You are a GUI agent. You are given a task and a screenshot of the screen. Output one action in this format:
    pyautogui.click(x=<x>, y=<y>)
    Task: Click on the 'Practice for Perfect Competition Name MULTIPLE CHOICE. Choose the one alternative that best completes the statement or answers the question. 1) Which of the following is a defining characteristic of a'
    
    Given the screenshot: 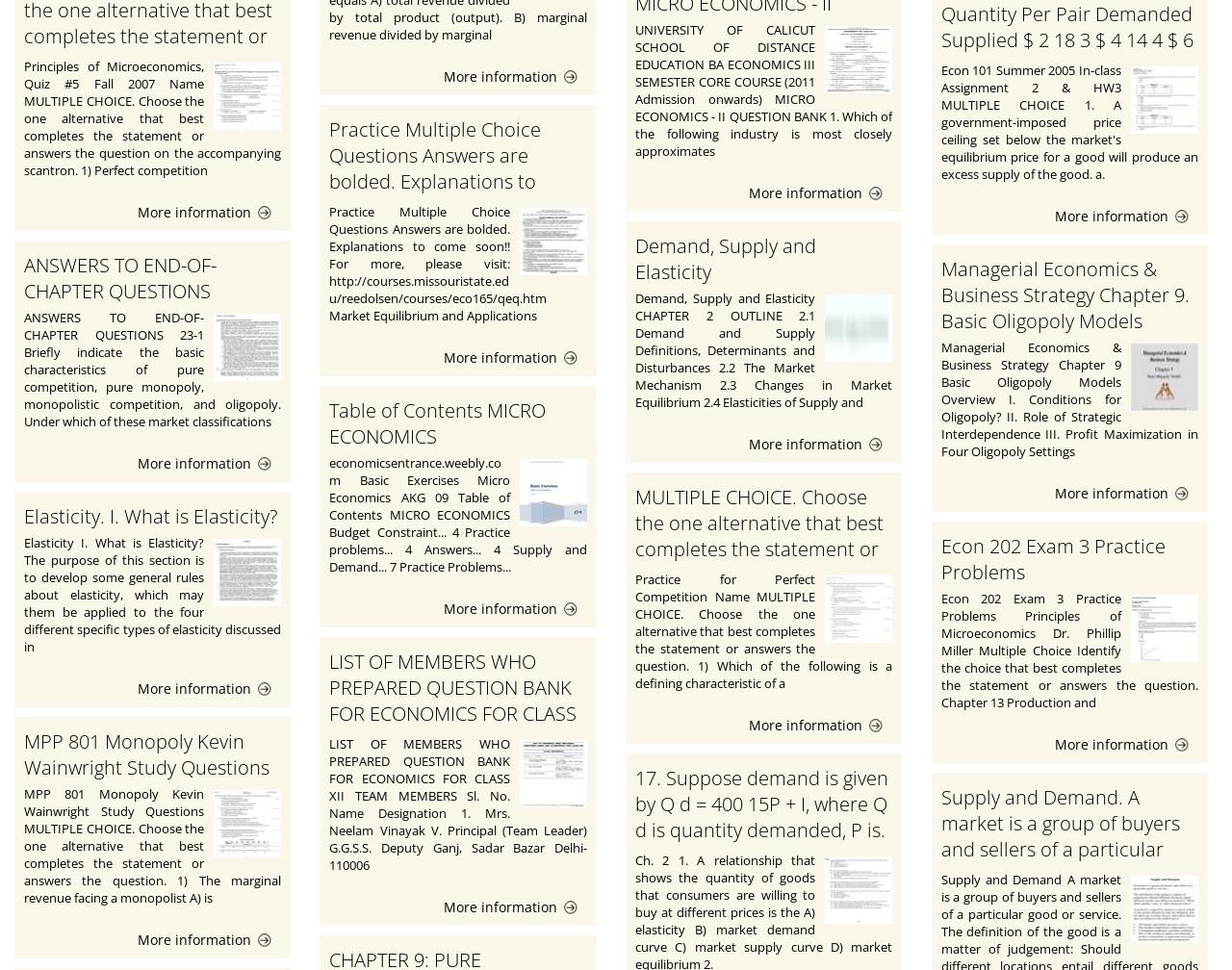 What is the action you would take?
    pyautogui.click(x=761, y=631)
    